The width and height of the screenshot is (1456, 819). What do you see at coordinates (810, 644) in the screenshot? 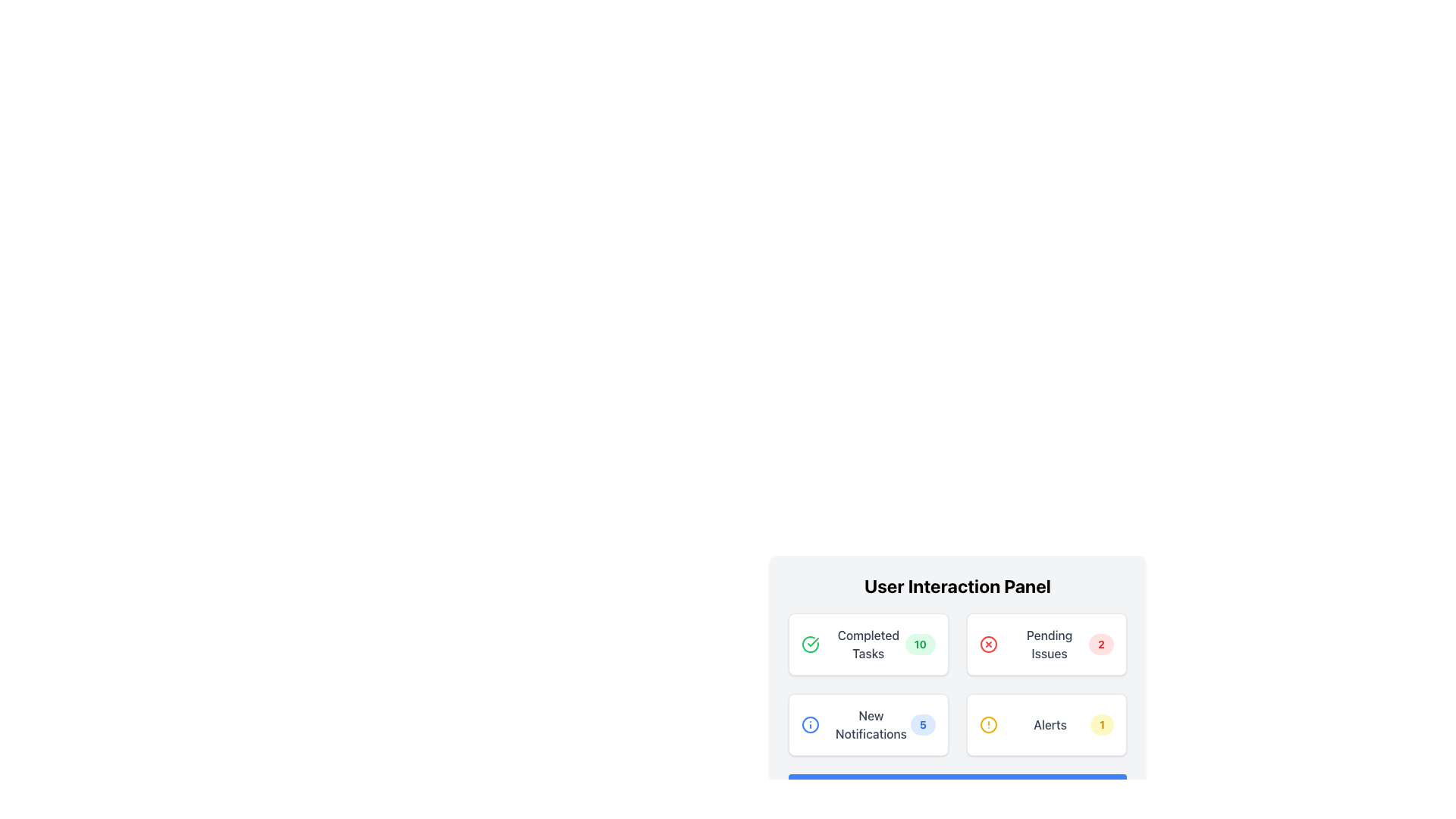
I see `the circular icon with a checkmark symbol, styled with a green border, located in the 'Completed Tasks' section as an indicator of completion` at bounding box center [810, 644].